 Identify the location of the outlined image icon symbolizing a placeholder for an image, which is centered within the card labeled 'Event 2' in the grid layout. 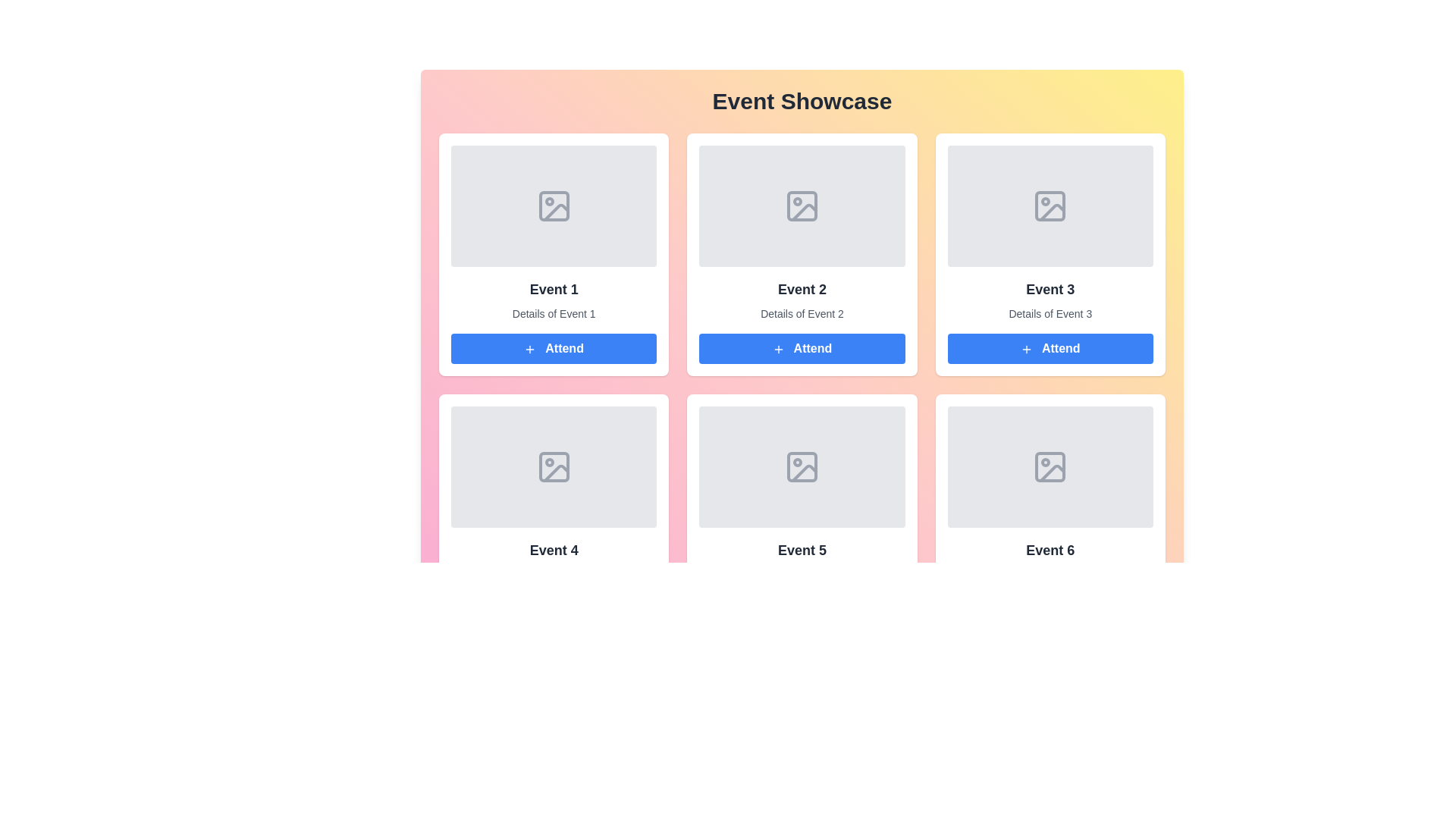
(801, 206).